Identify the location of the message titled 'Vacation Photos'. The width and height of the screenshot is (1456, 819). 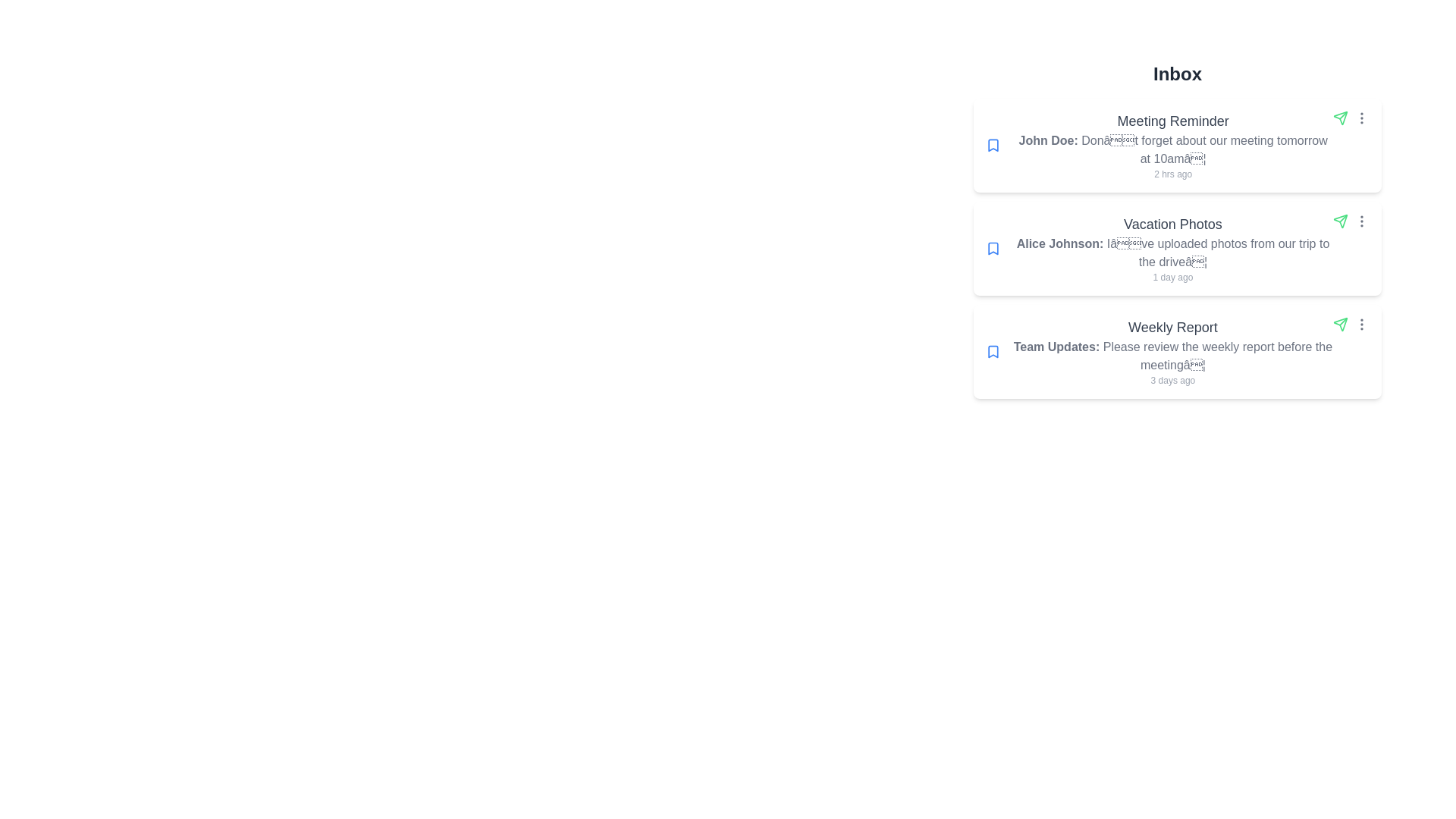
(1177, 247).